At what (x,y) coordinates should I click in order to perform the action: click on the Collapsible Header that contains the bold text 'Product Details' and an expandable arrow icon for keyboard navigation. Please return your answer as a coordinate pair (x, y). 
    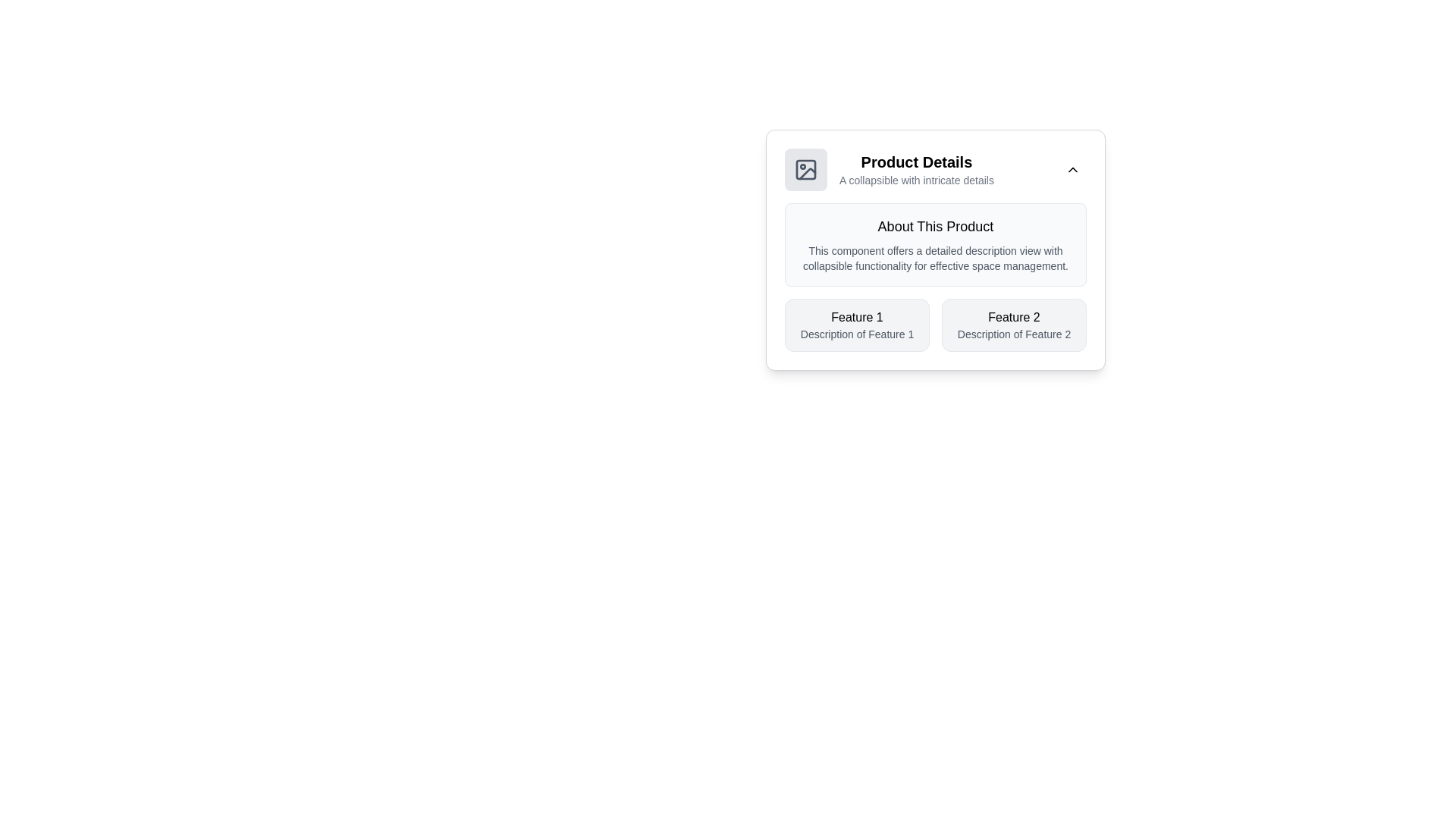
    Looking at the image, I should click on (934, 169).